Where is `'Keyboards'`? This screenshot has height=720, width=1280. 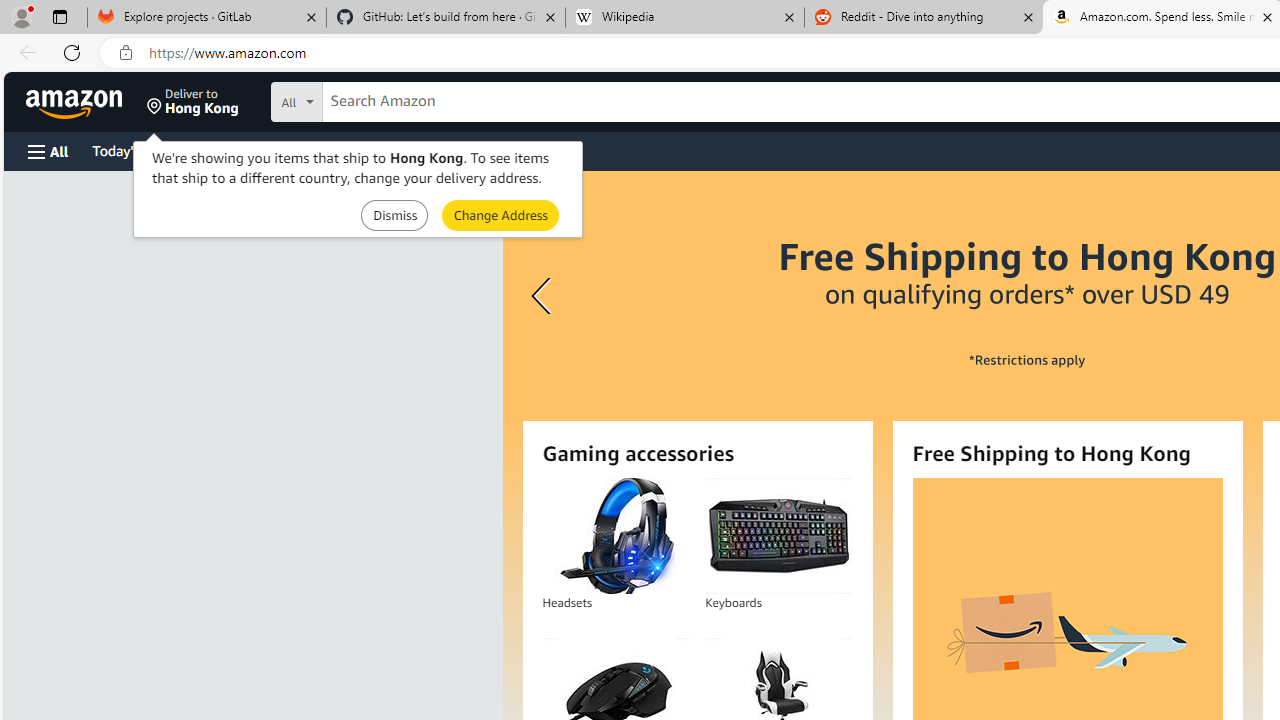 'Keyboards' is located at coordinates (777, 535).